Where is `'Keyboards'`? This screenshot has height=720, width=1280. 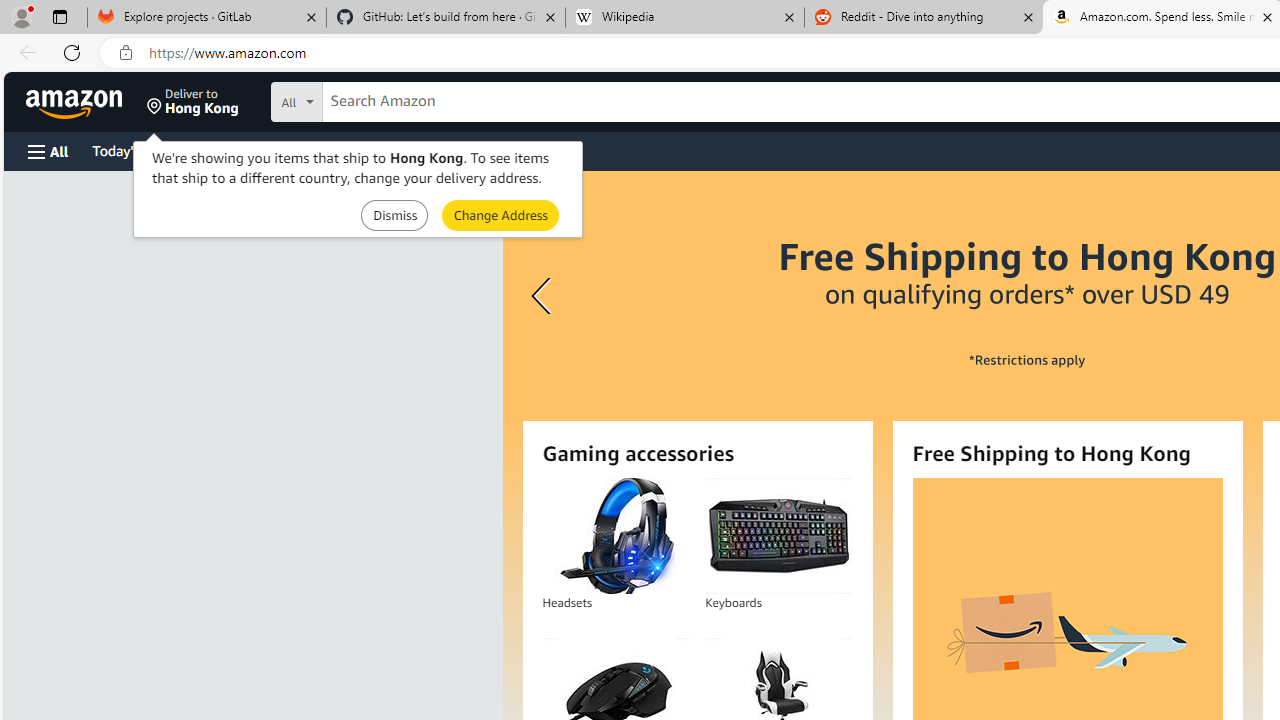 'Keyboards' is located at coordinates (777, 535).